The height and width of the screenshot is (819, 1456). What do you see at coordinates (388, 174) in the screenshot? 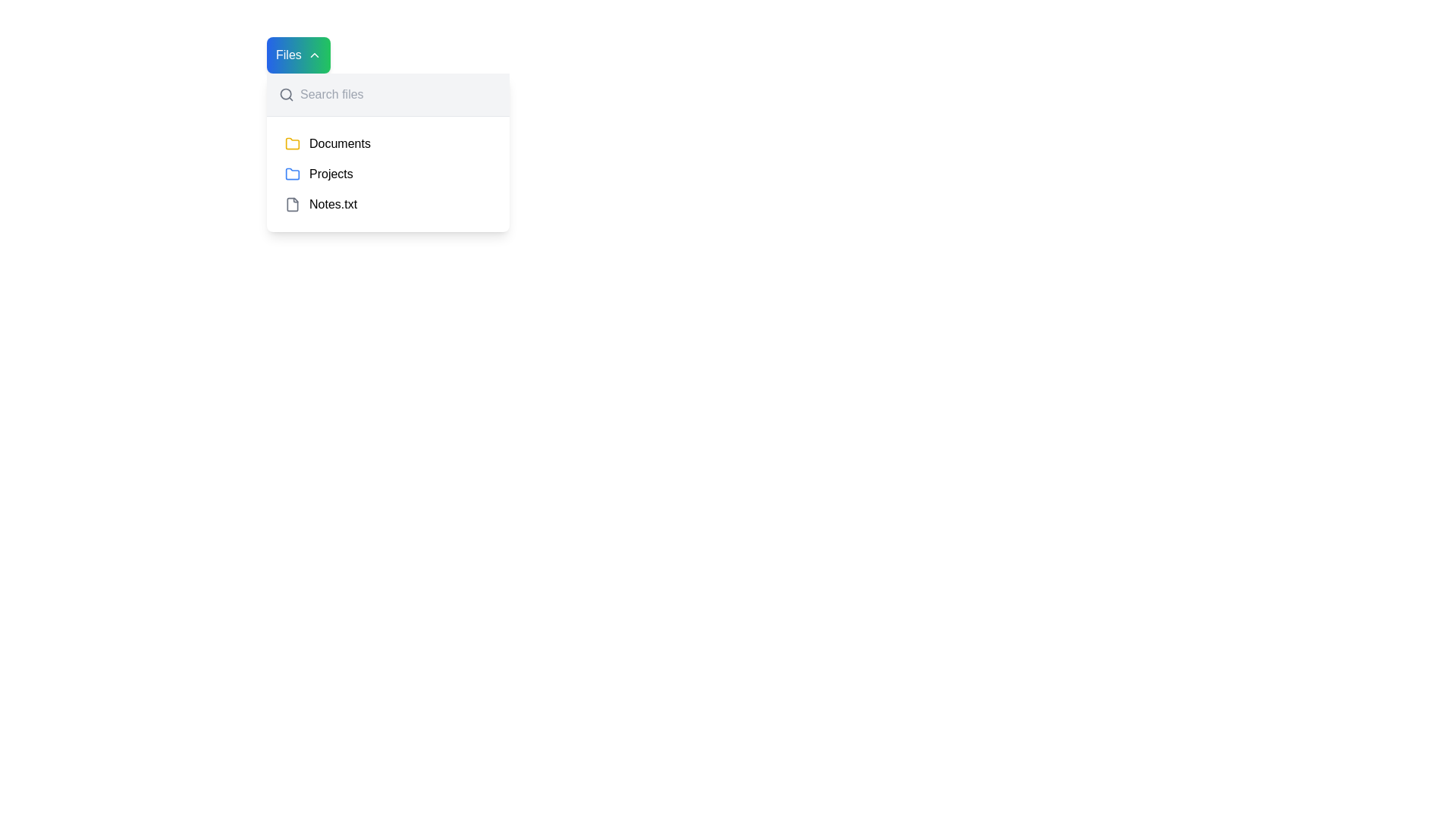
I see `the second list item in the file navigation system` at bounding box center [388, 174].